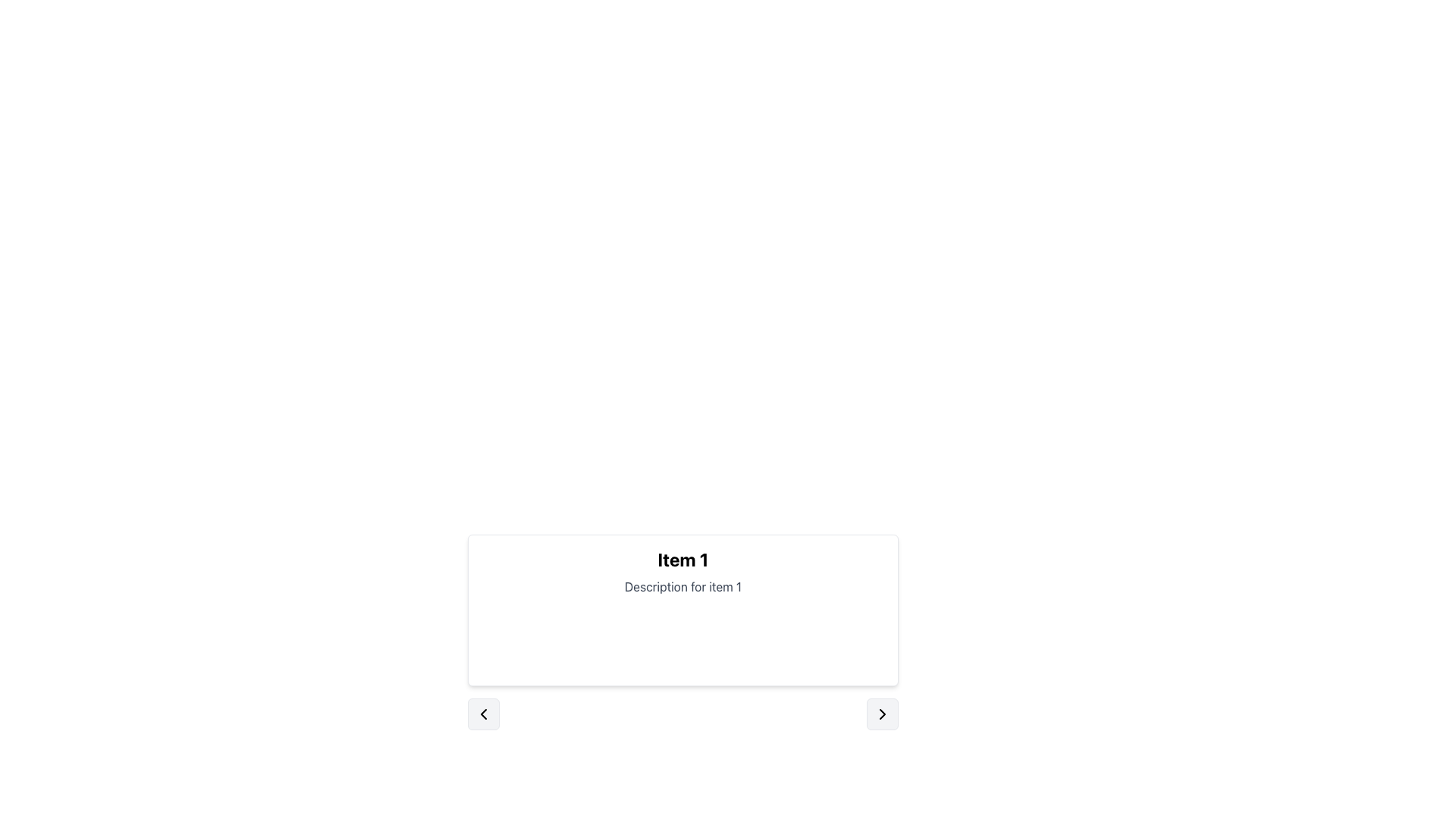 The image size is (1456, 819). I want to click on the central dot of the Navigation control bar located beneath 'Item 1', which allows users to select the current item, so click(682, 714).